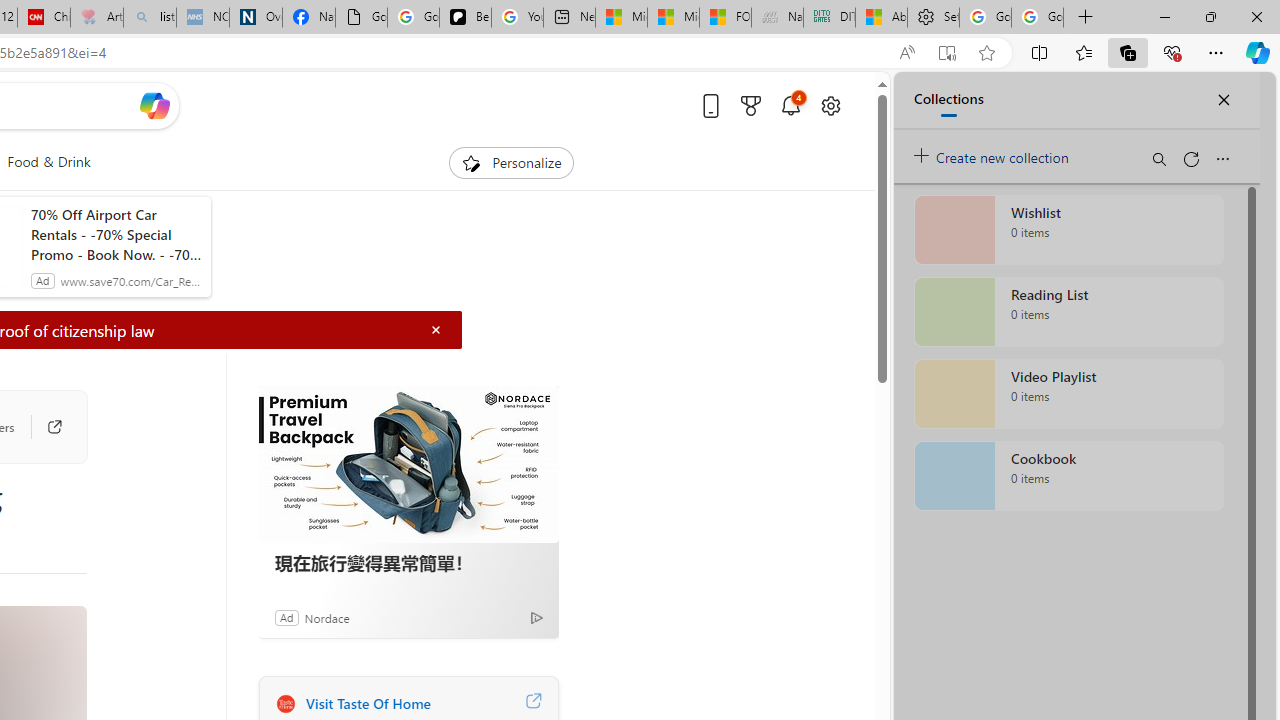 This screenshot has width=1280, height=720. Describe the element at coordinates (945, 52) in the screenshot. I see `'Enter Immersive Reader (F9)'` at that location.